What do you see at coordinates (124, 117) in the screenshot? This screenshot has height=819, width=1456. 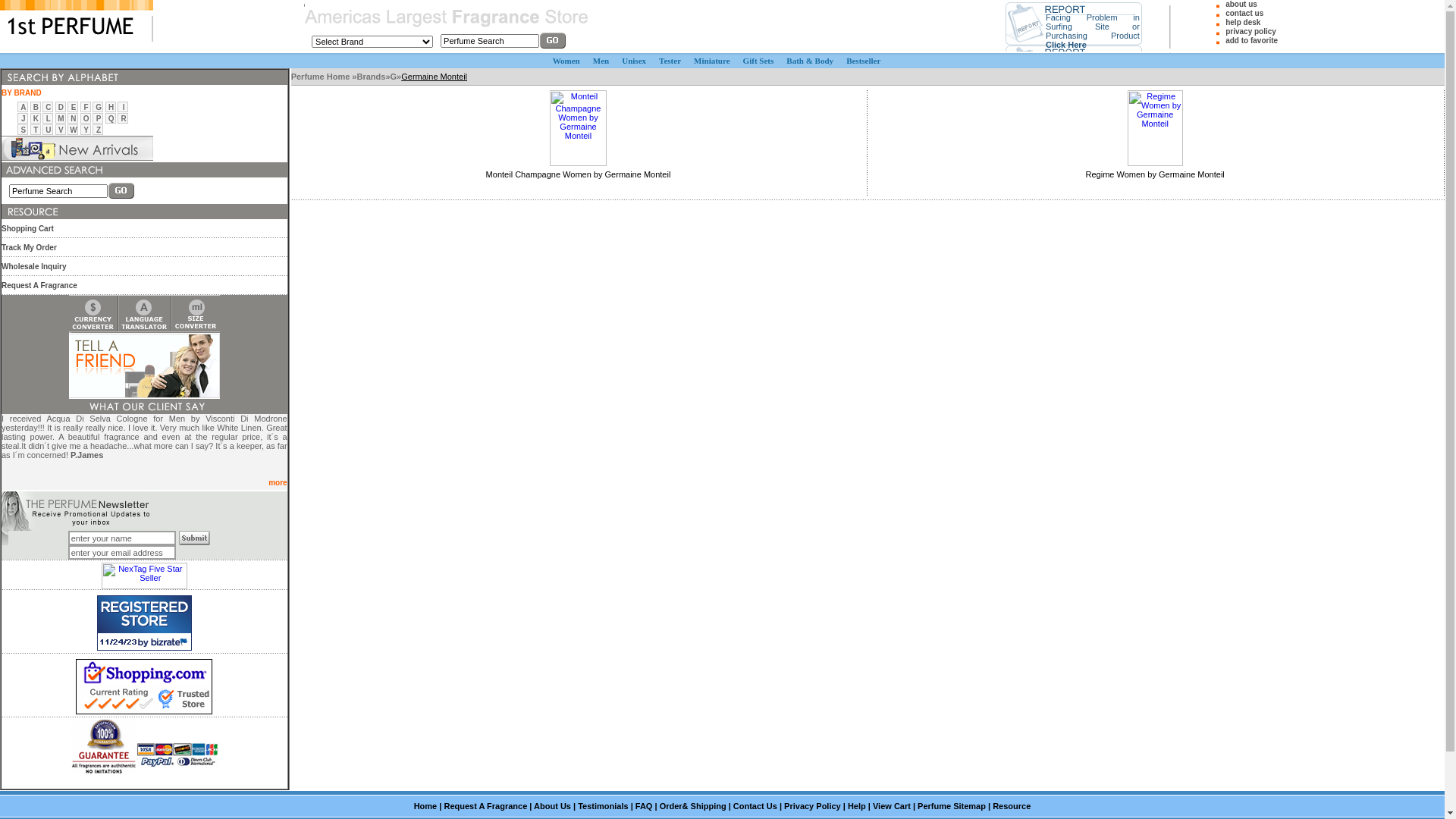 I see `'R'` at bounding box center [124, 117].